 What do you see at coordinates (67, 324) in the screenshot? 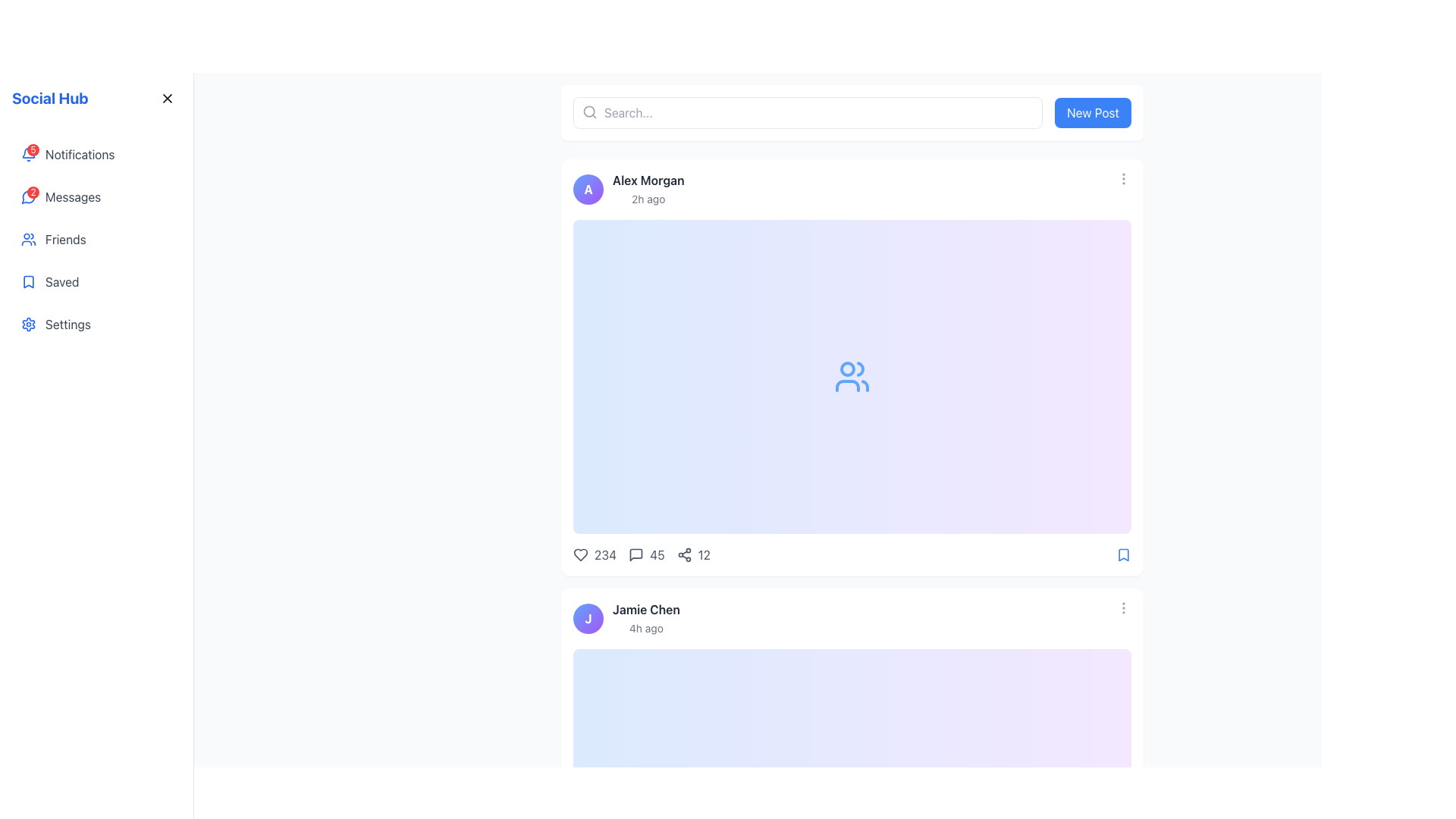
I see `the 'Settings' text label in the left sidebar menu, which indicates its purpose for navigation to the settings section` at bounding box center [67, 324].